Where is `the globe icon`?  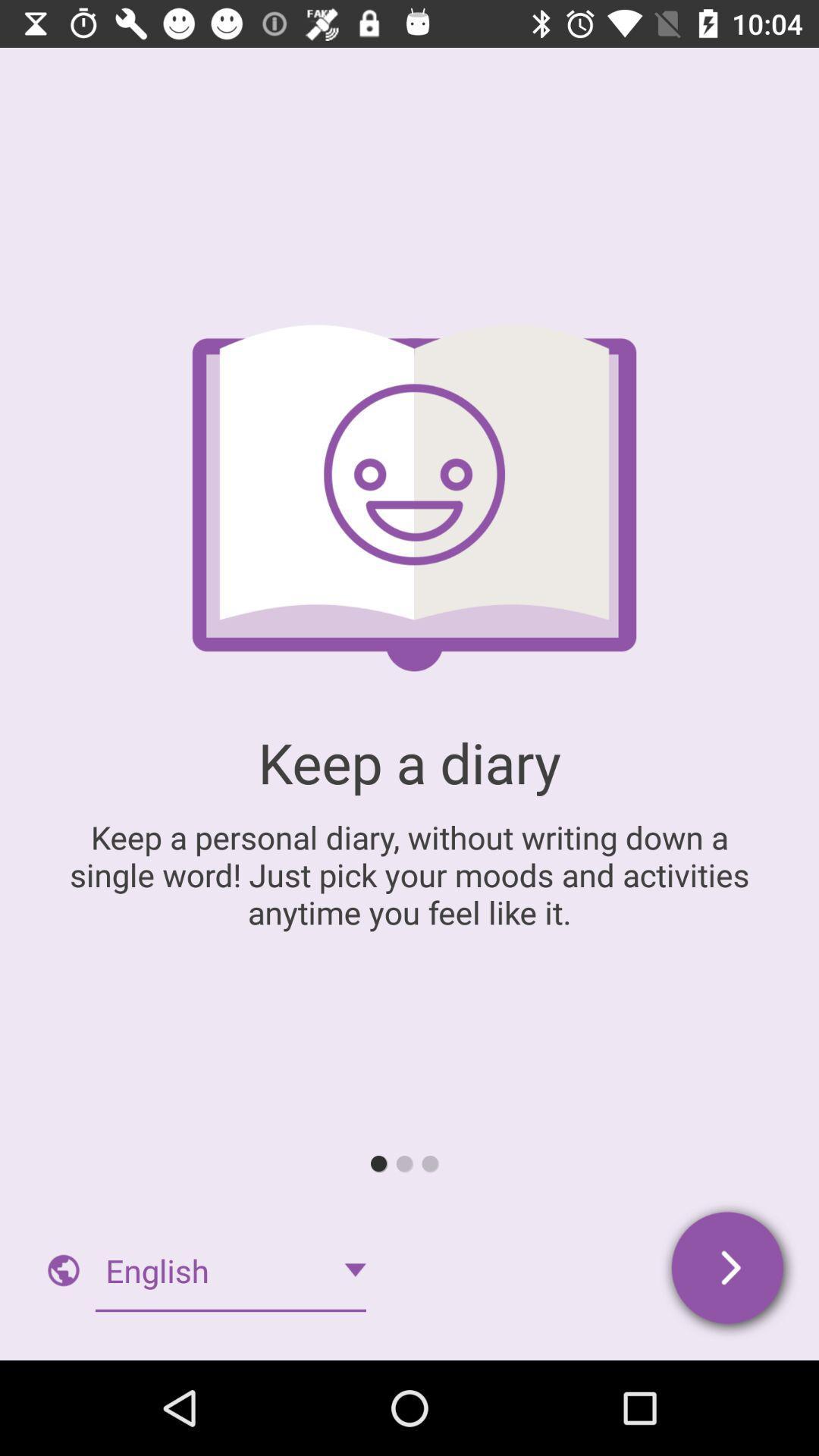 the globe icon is located at coordinates (63, 1270).